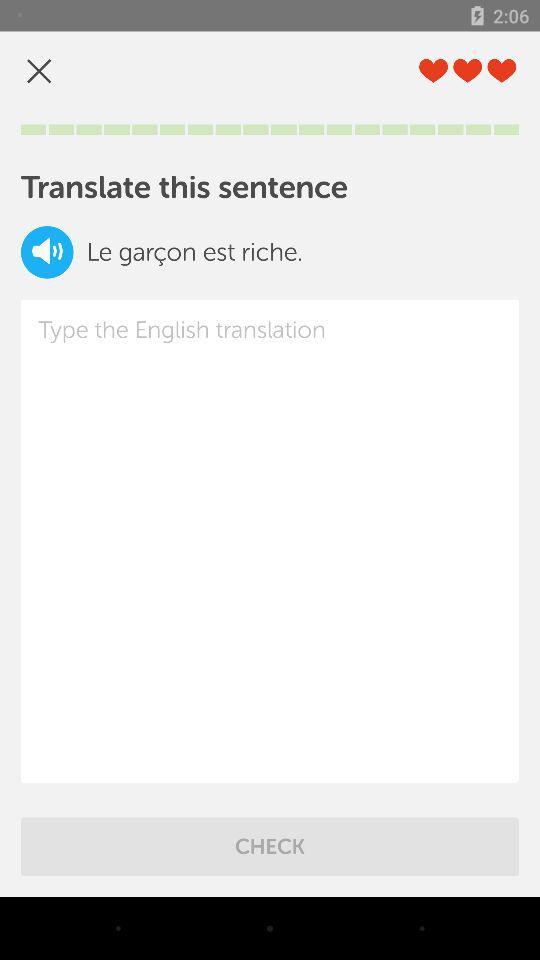 The image size is (540, 960). What do you see at coordinates (270, 845) in the screenshot?
I see `check item` at bounding box center [270, 845].